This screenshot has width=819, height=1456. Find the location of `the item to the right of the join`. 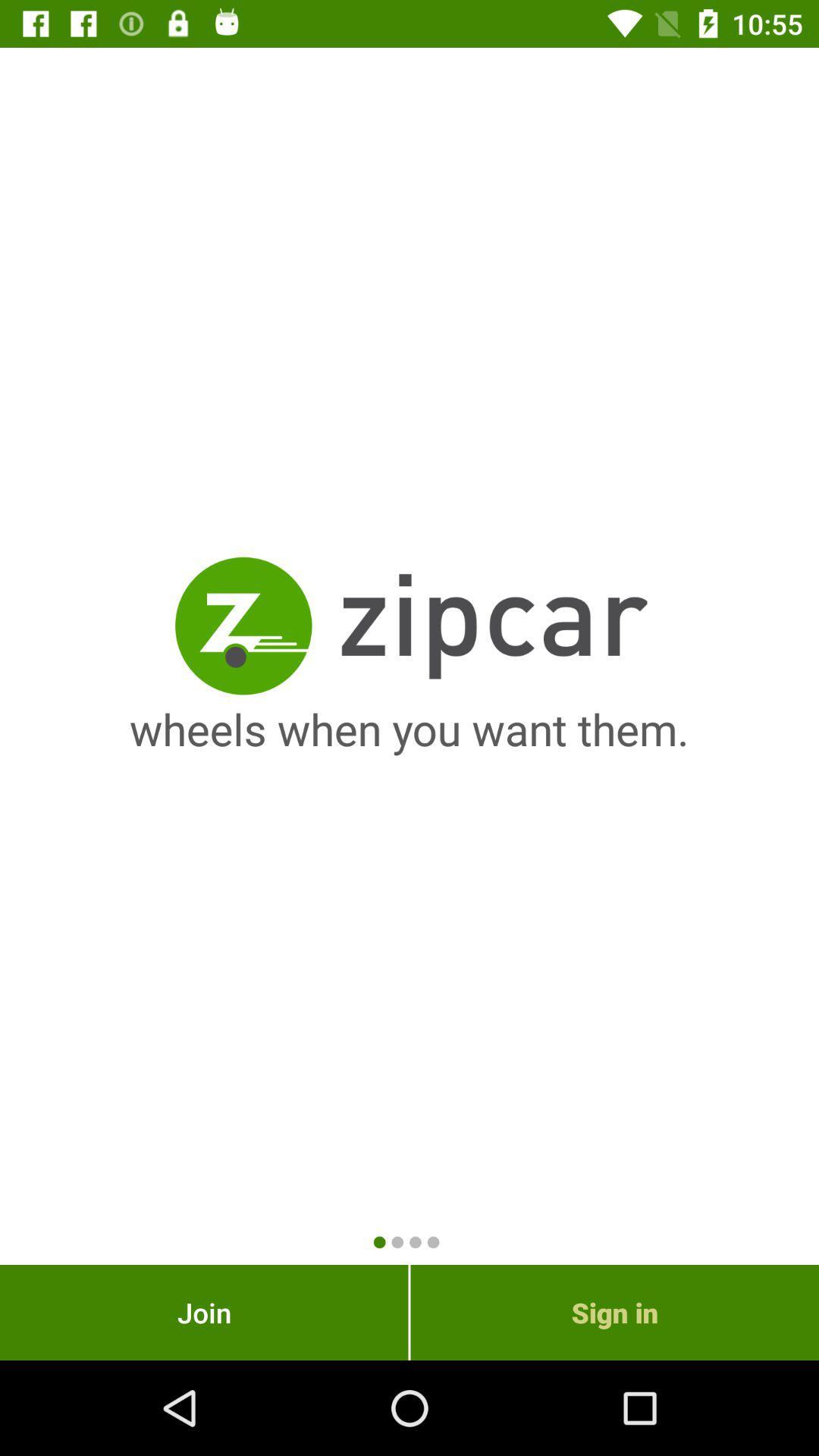

the item to the right of the join is located at coordinates (614, 1312).